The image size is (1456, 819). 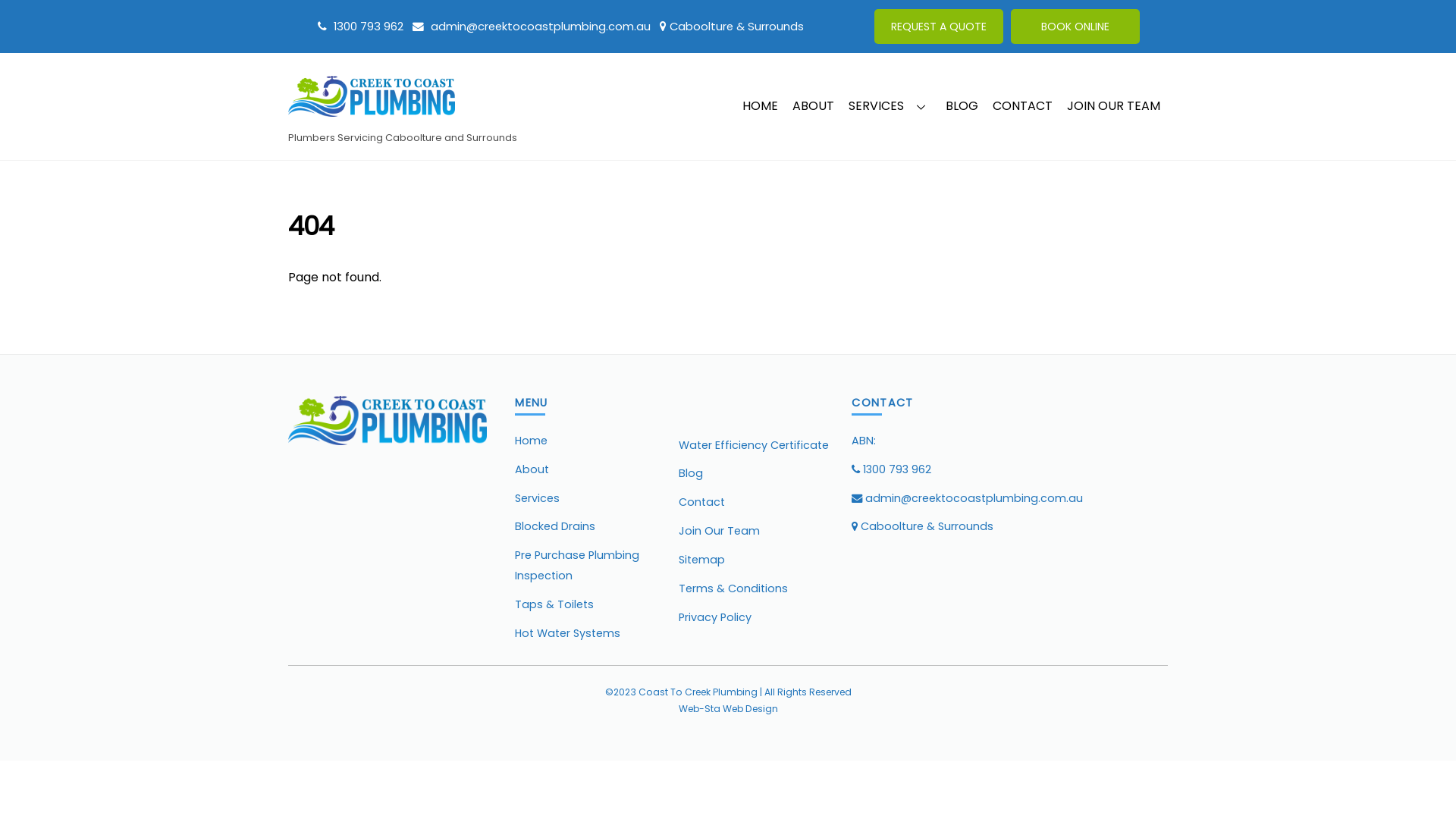 What do you see at coordinates (701, 559) in the screenshot?
I see `'Sitemap'` at bounding box center [701, 559].